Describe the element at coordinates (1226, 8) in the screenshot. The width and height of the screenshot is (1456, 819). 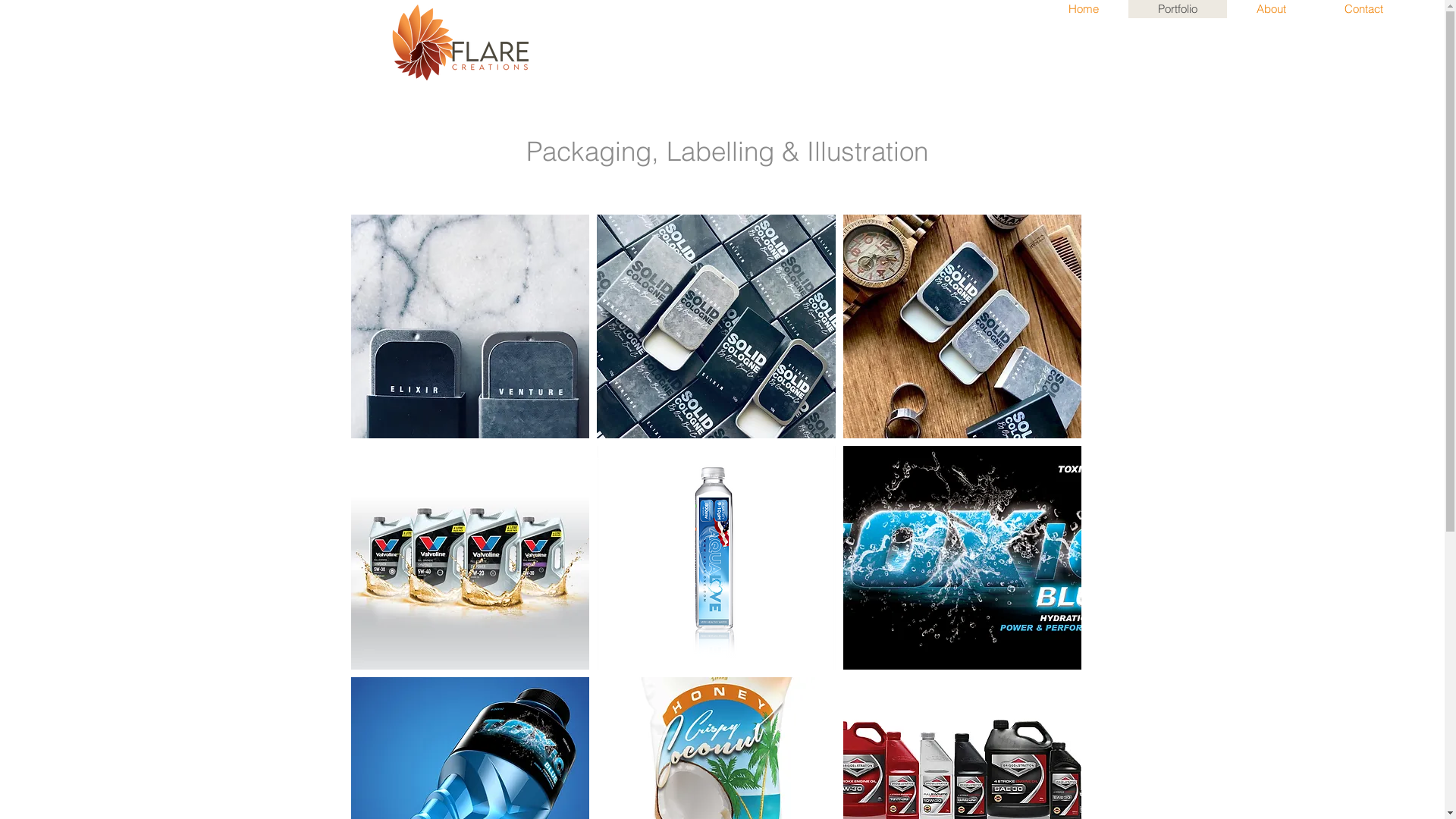
I see `'About'` at that location.